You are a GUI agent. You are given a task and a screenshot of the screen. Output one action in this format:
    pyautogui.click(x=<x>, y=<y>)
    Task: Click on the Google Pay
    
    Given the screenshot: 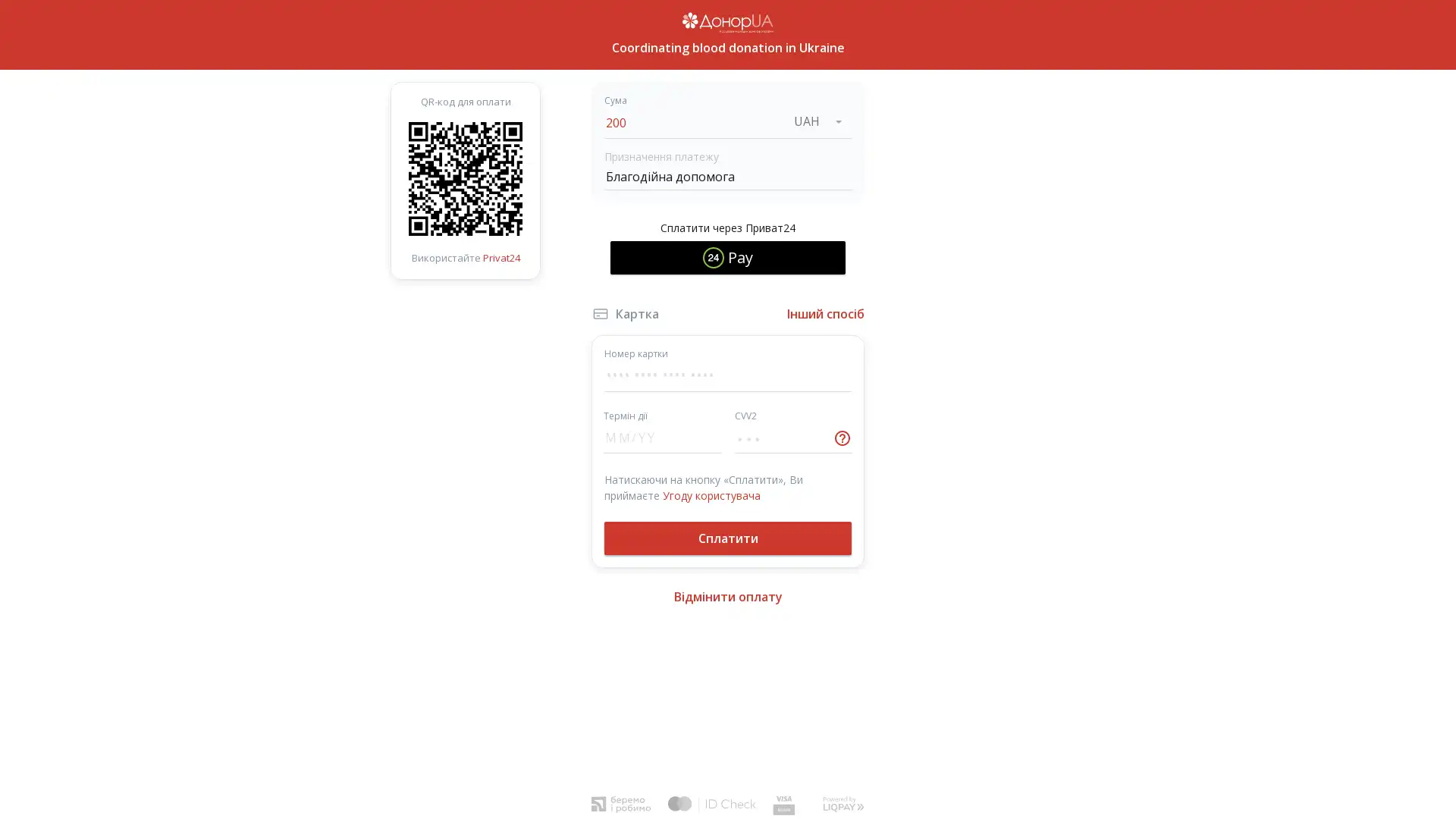 What is the action you would take?
    pyautogui.click(x=728, y=303)
    